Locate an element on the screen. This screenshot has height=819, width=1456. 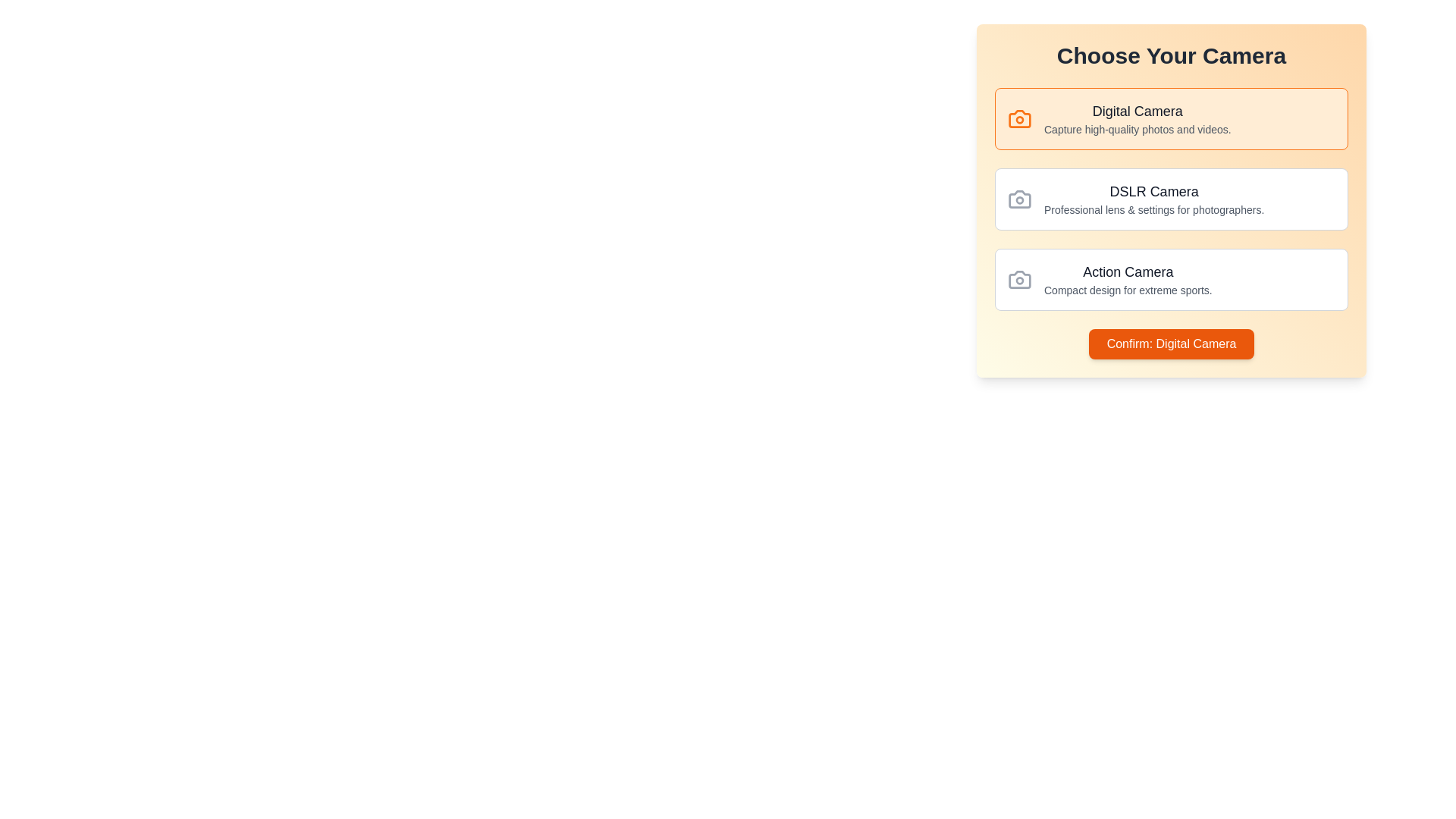
the Text Display element that shows 'DSLR Camera' and its details about 'Professional lens & settings for photographers.' is located at coordinates (1153, 198).